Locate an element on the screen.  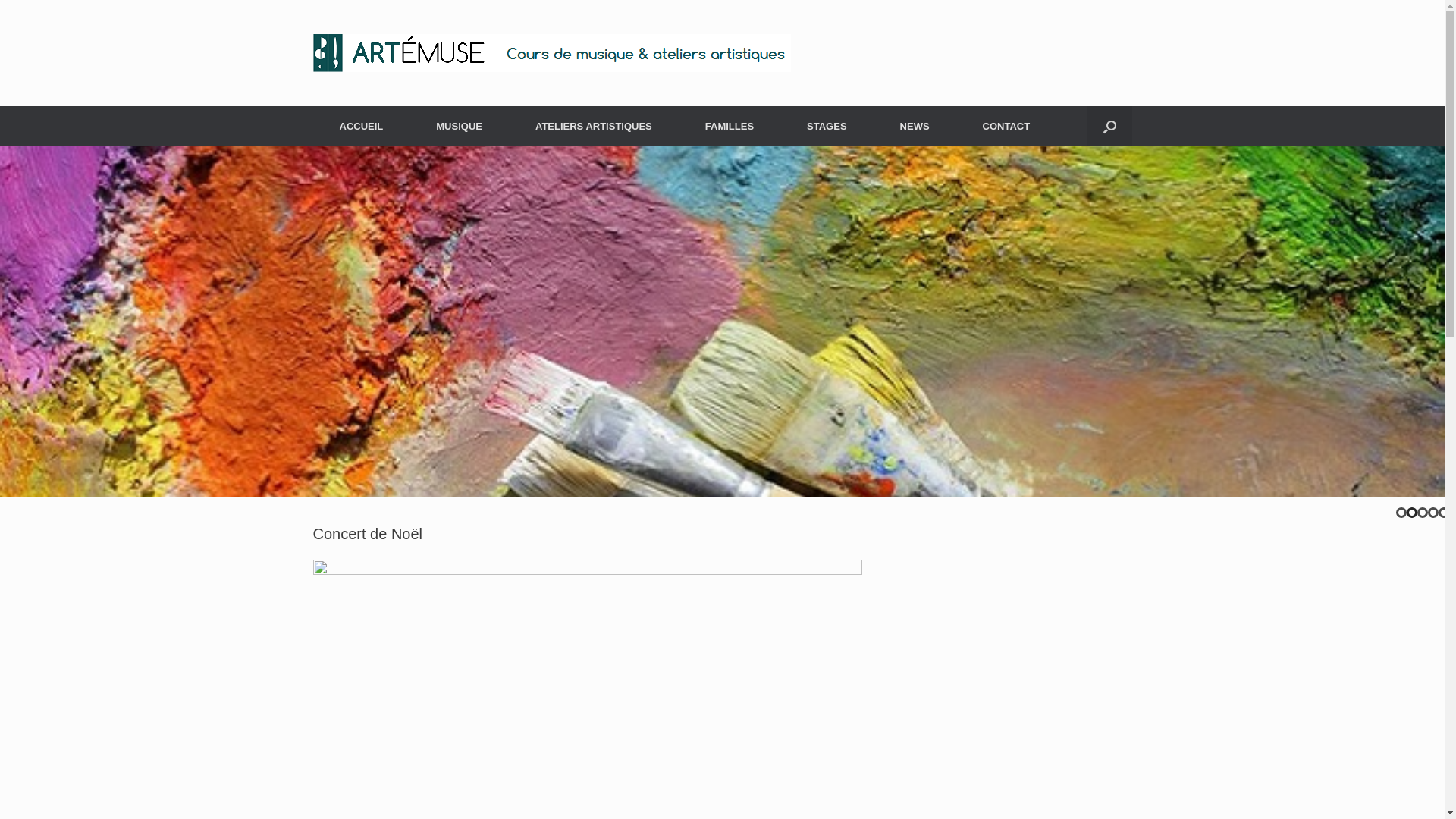
'1' is located at coordinates (1401, 512).